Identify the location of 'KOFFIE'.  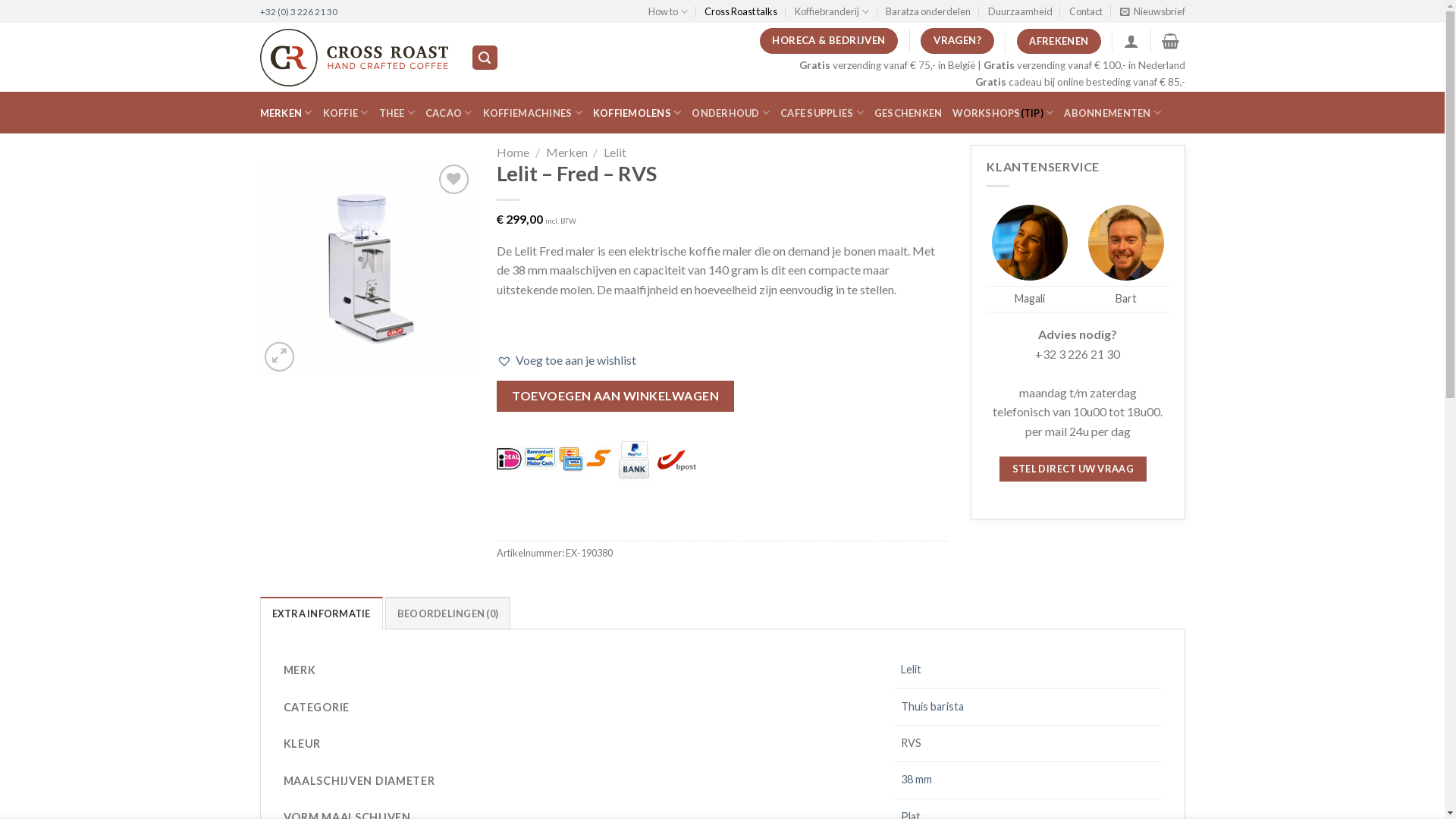
(345, 112).